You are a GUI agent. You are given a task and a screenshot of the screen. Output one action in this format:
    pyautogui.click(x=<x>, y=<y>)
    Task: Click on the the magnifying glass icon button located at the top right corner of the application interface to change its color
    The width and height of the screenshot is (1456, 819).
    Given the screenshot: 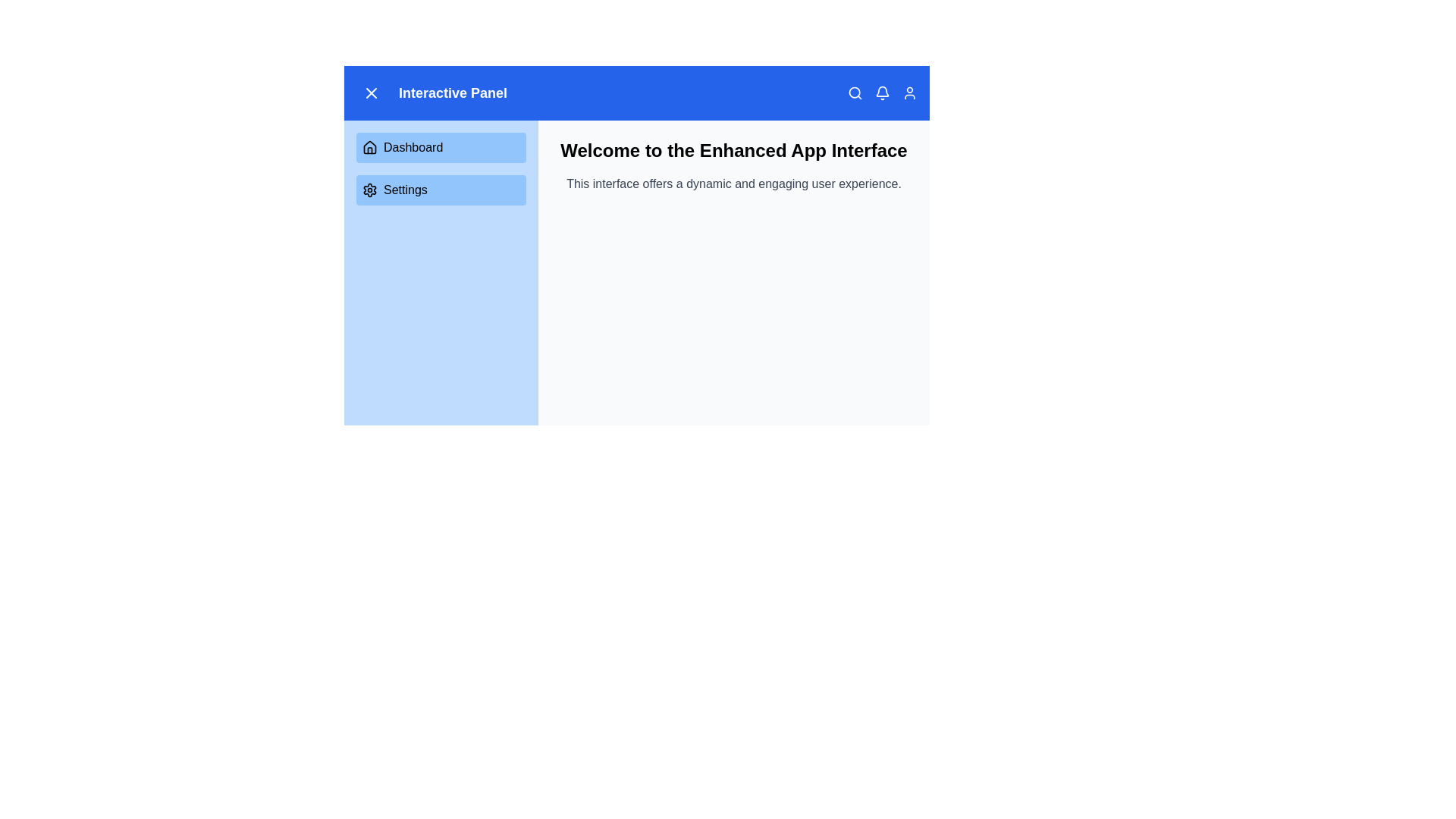 What is the action you would take?
    pyautogui.click(x=855, y=93)
    